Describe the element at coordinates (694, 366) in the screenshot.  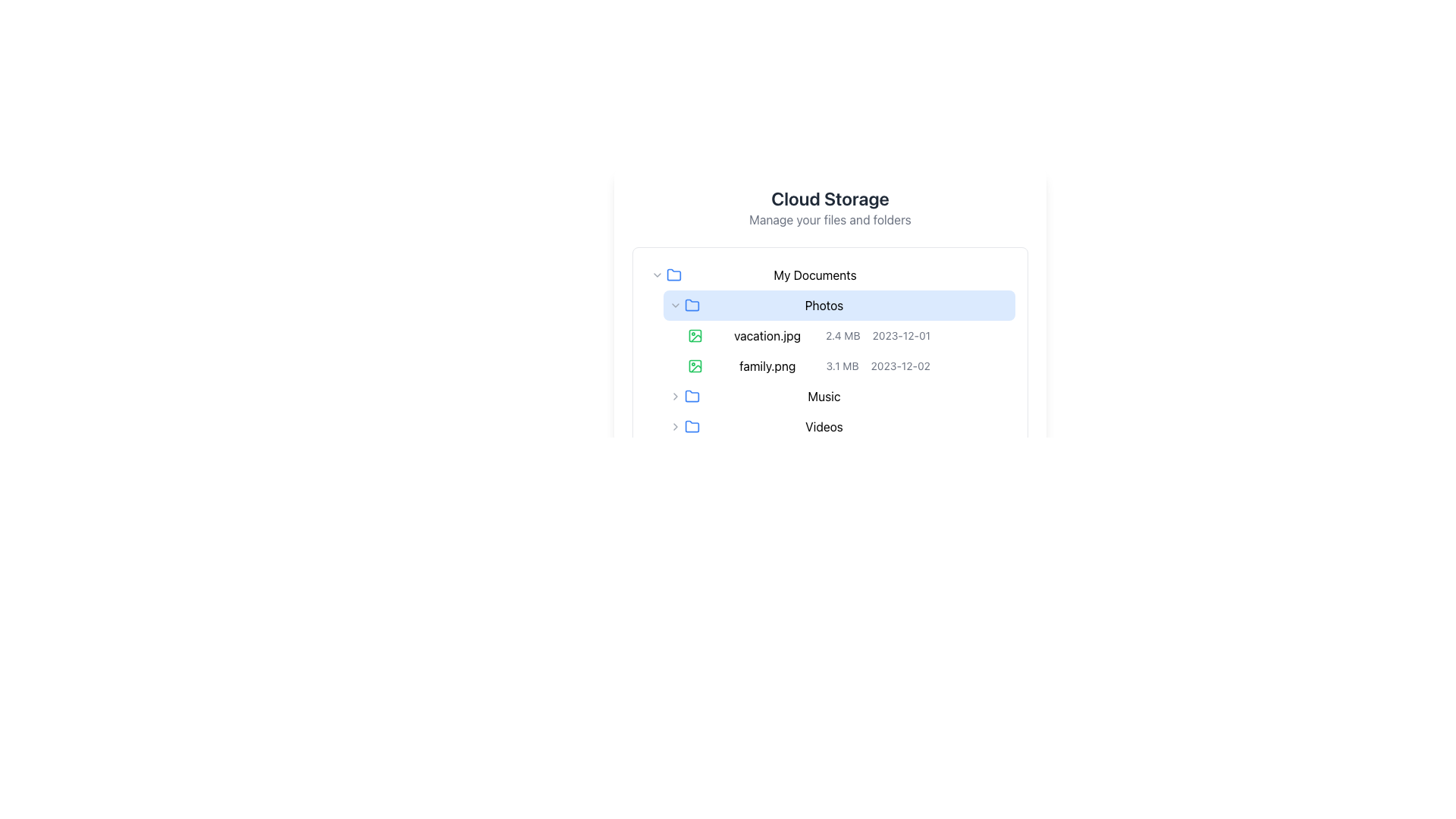
I see `the icon representing the file type or status for 'vacation.jpg' located to the left of the filename text` at that location.